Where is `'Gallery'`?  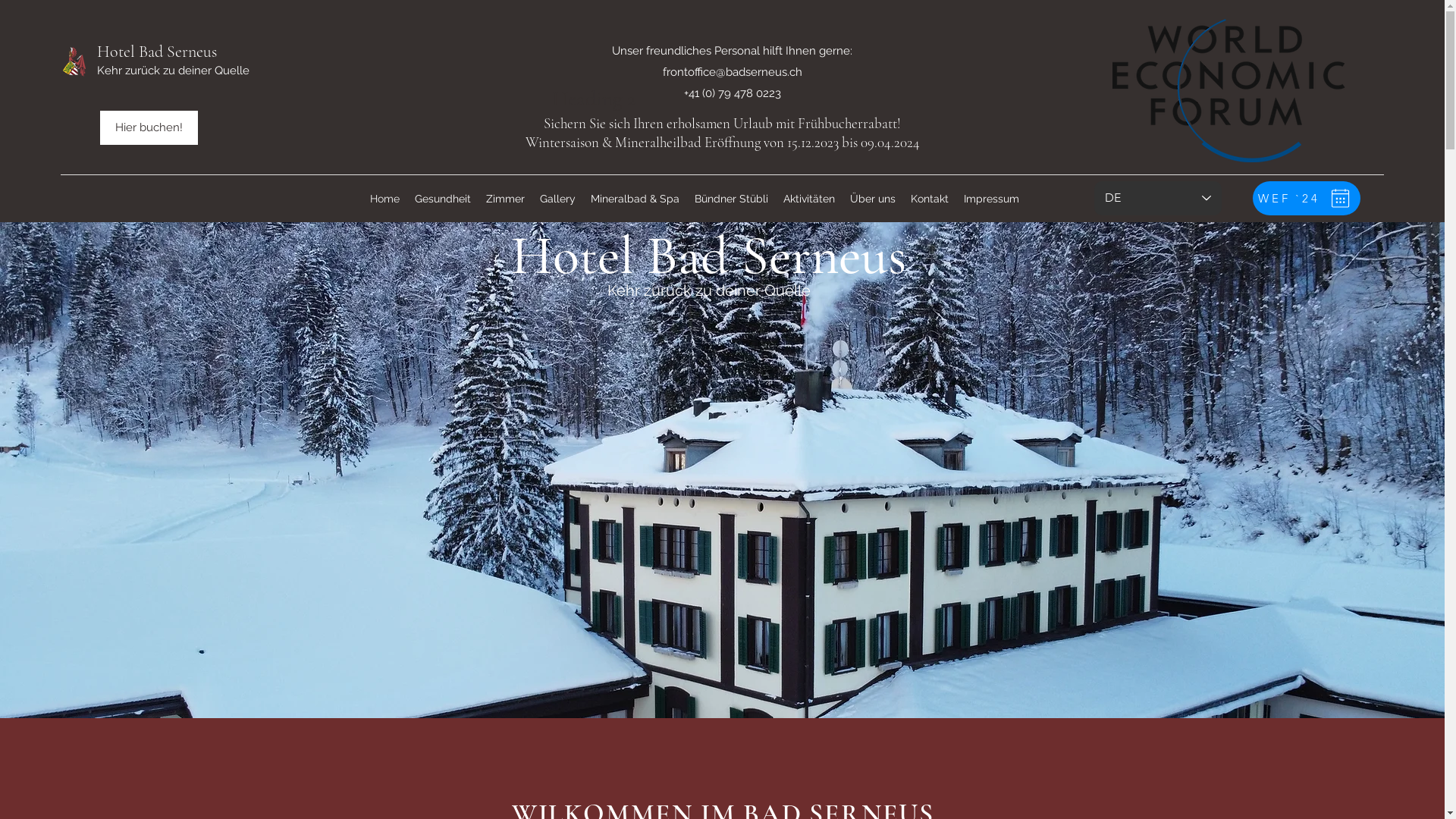
'Gallery' is located at coordinates (557, 198).